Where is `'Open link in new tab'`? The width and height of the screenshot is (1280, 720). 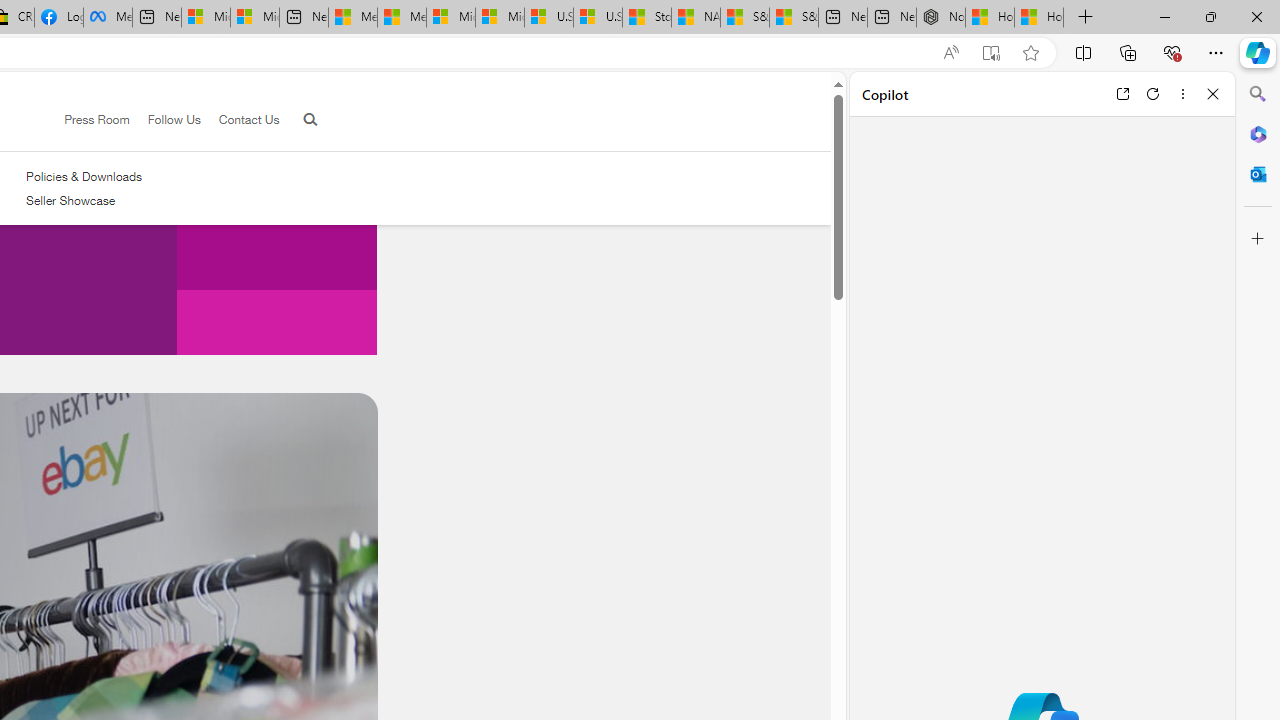
'Open link in new tab' is located at coordinates (1122, 93).